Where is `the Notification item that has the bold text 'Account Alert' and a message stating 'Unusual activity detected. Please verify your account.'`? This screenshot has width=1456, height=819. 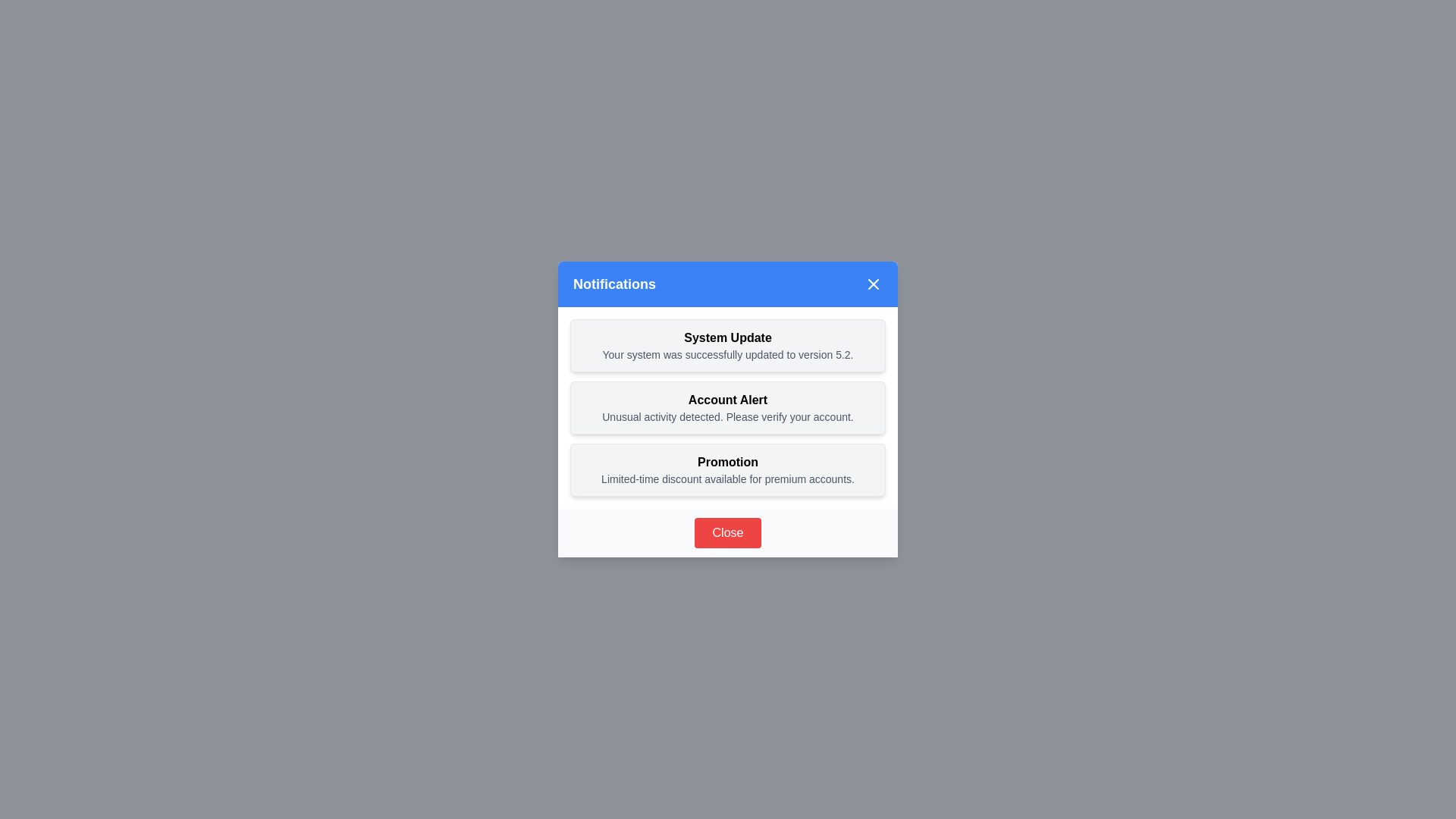
the Notification item that has the bold text 'Account Alert' and a message stating 'Unusual activity detected. Please verify your account.' is located at coordinates (728, 409).